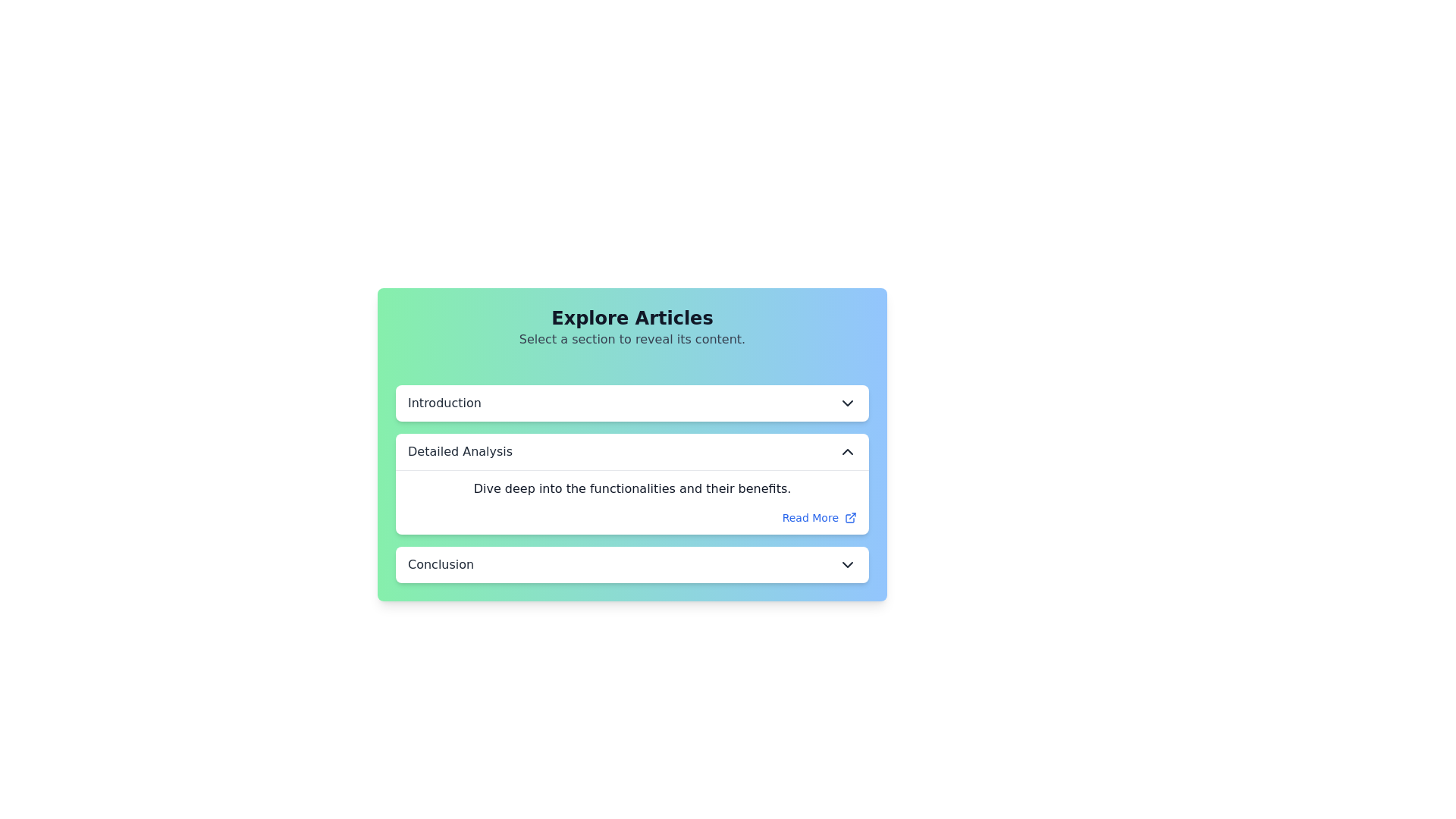 The image size is (1456, 819). What do you see at coordinates (847, 403) in the screenshot?
I see `the downward-facing chevron icon located to the far right of the 'Introduction' label` at bounding box center [847, 403].